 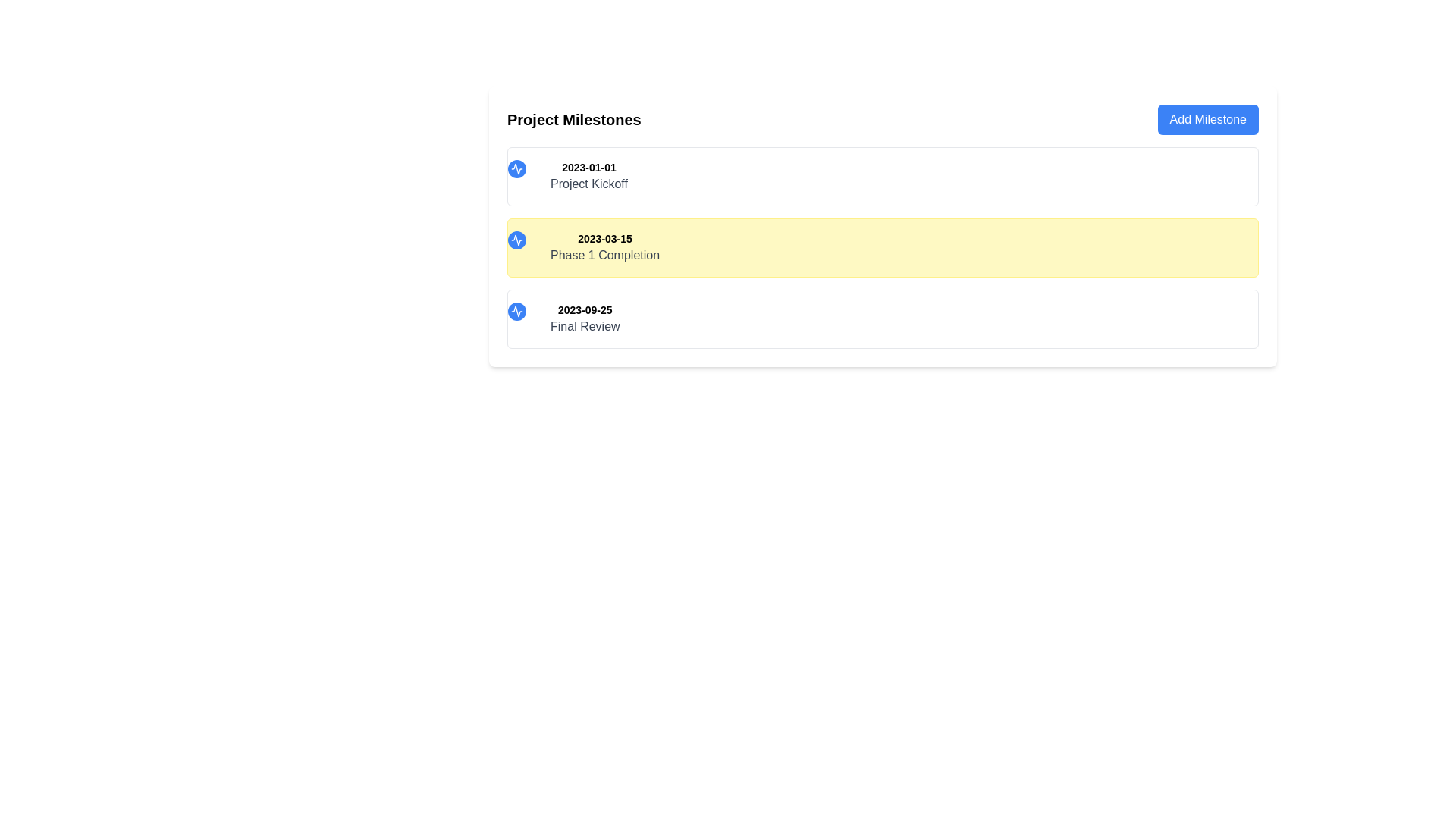 What do you see at coordinates (883, 318) in the screenshot?
I see `the description of the third milestone marker located below 'Project Kickoff' and 'Phase 1 Completion' to see details` at bounding box center [883, 318].